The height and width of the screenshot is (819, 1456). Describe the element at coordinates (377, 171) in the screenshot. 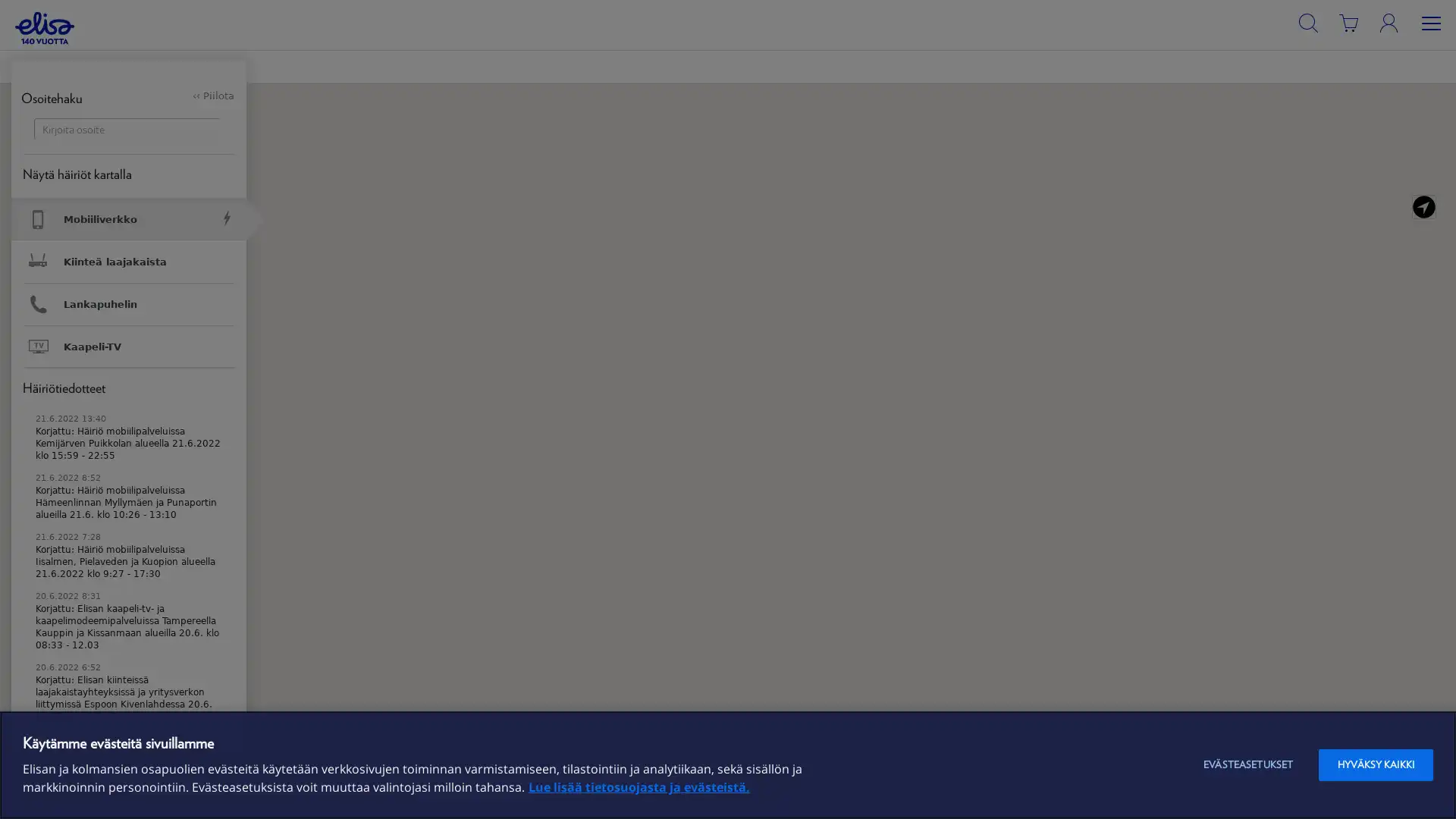

I see `Jatka ostoksia` at that location.